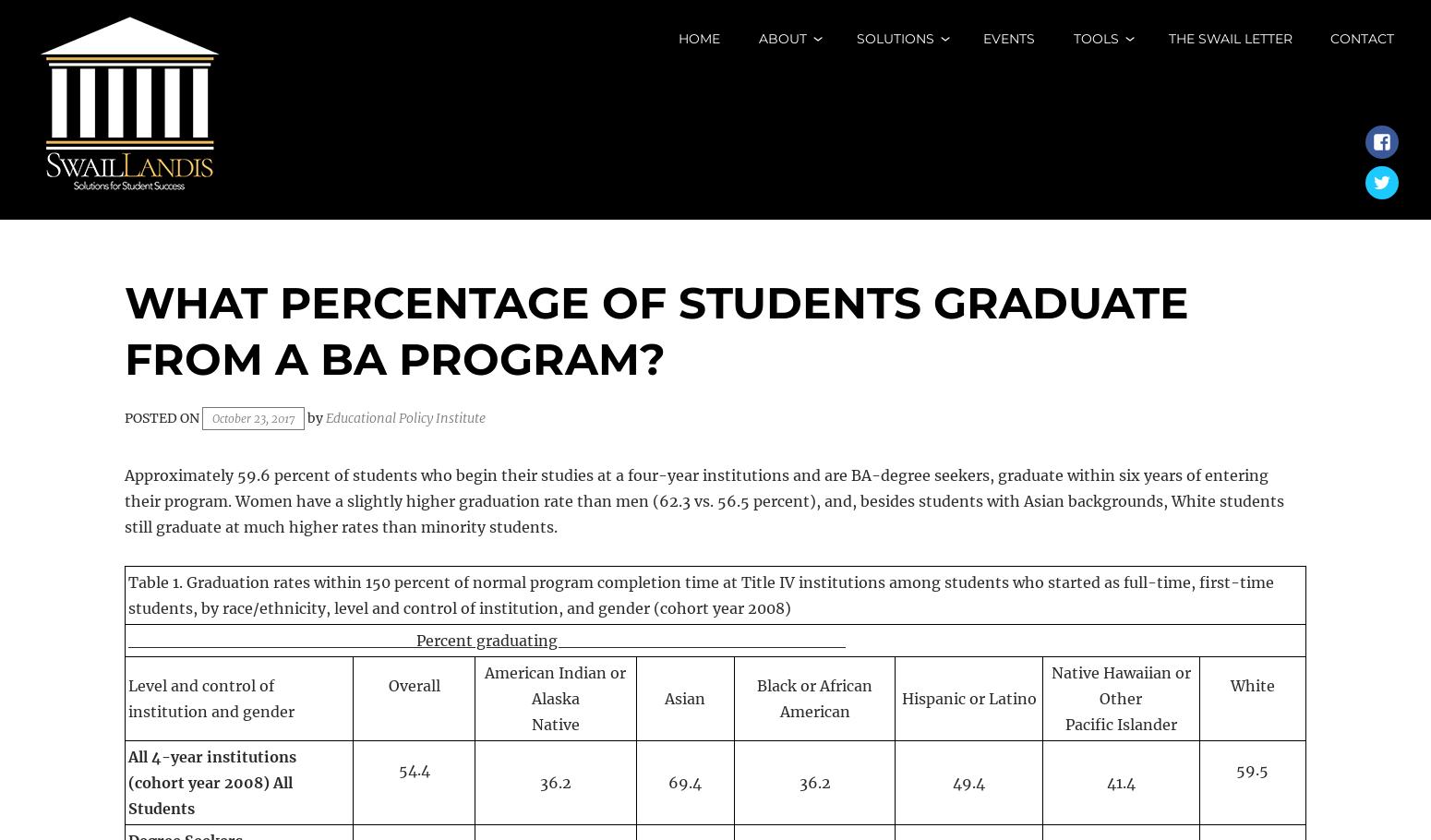 The image size is (1431, 840). What do you see at coordinates (1095, 39) in the screenshot?
I see `'Tools'` at bounding box center [1095, 39].